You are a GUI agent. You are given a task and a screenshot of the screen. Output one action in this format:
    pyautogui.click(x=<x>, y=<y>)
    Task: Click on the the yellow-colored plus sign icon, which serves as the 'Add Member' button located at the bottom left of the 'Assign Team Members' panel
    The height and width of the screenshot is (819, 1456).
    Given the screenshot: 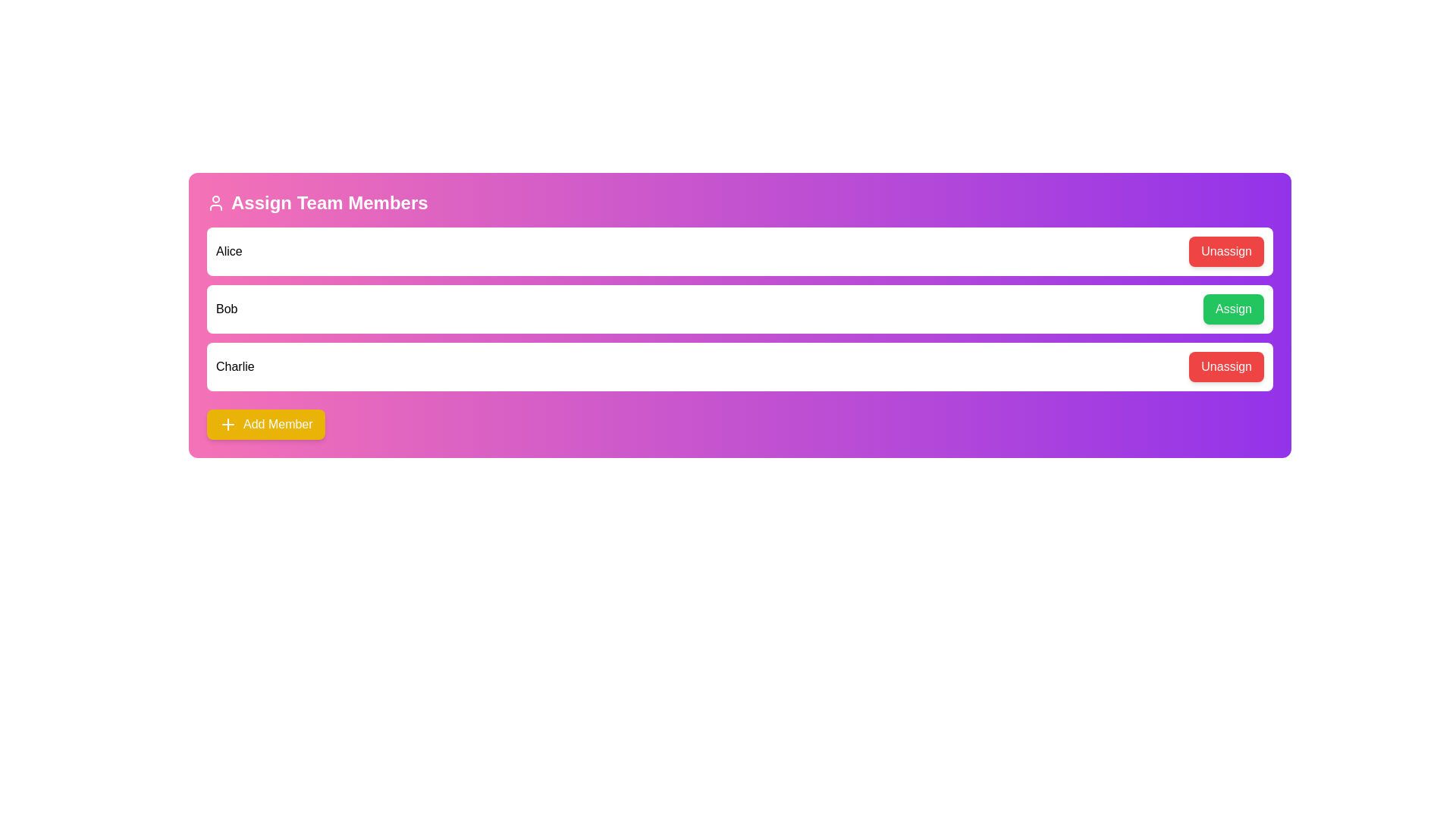 What is the action you would take?
    pyautogui.click(x=227, y=424)
    